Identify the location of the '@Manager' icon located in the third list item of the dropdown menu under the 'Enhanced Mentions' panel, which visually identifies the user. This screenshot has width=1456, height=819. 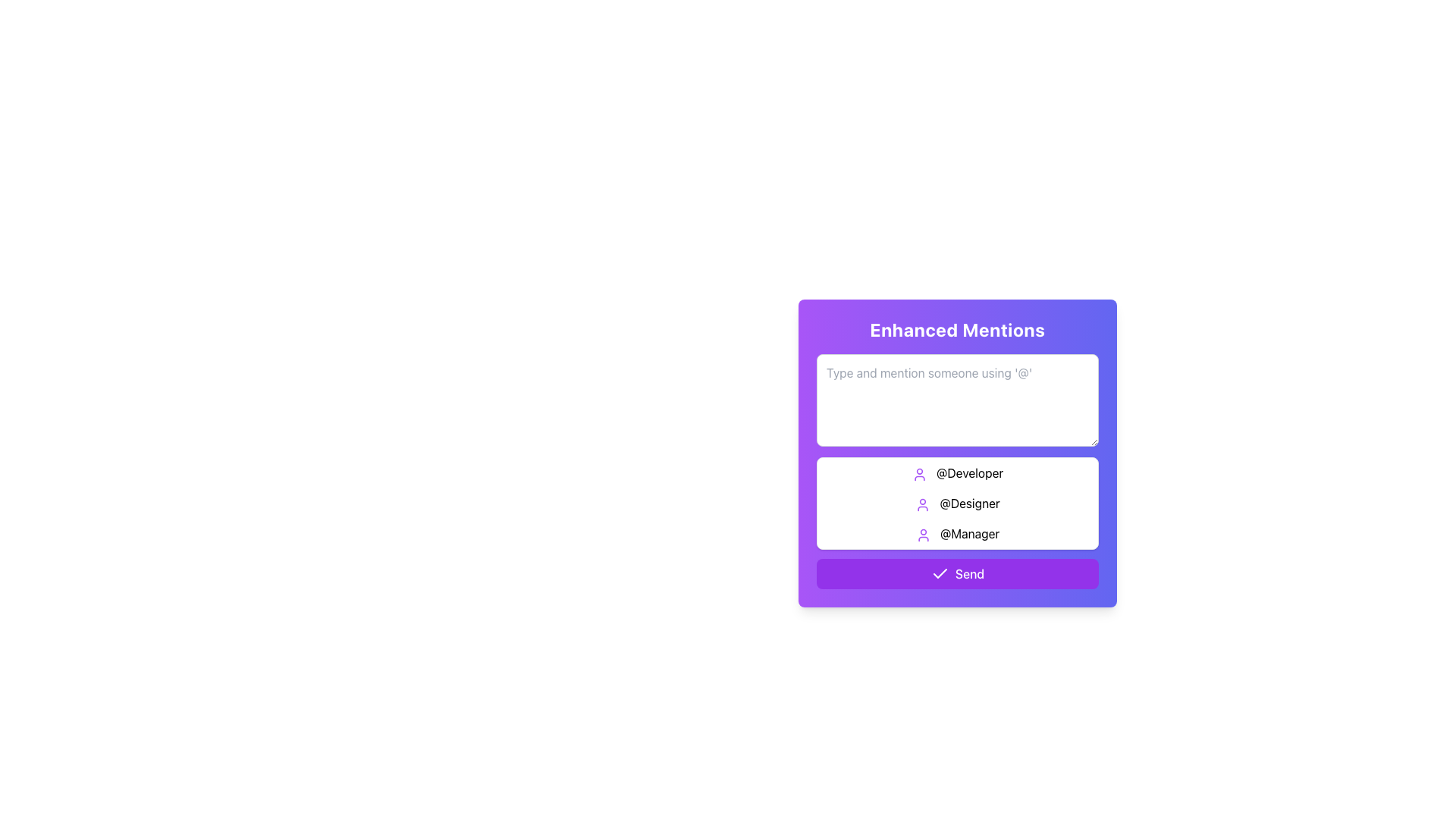
(922, 534).